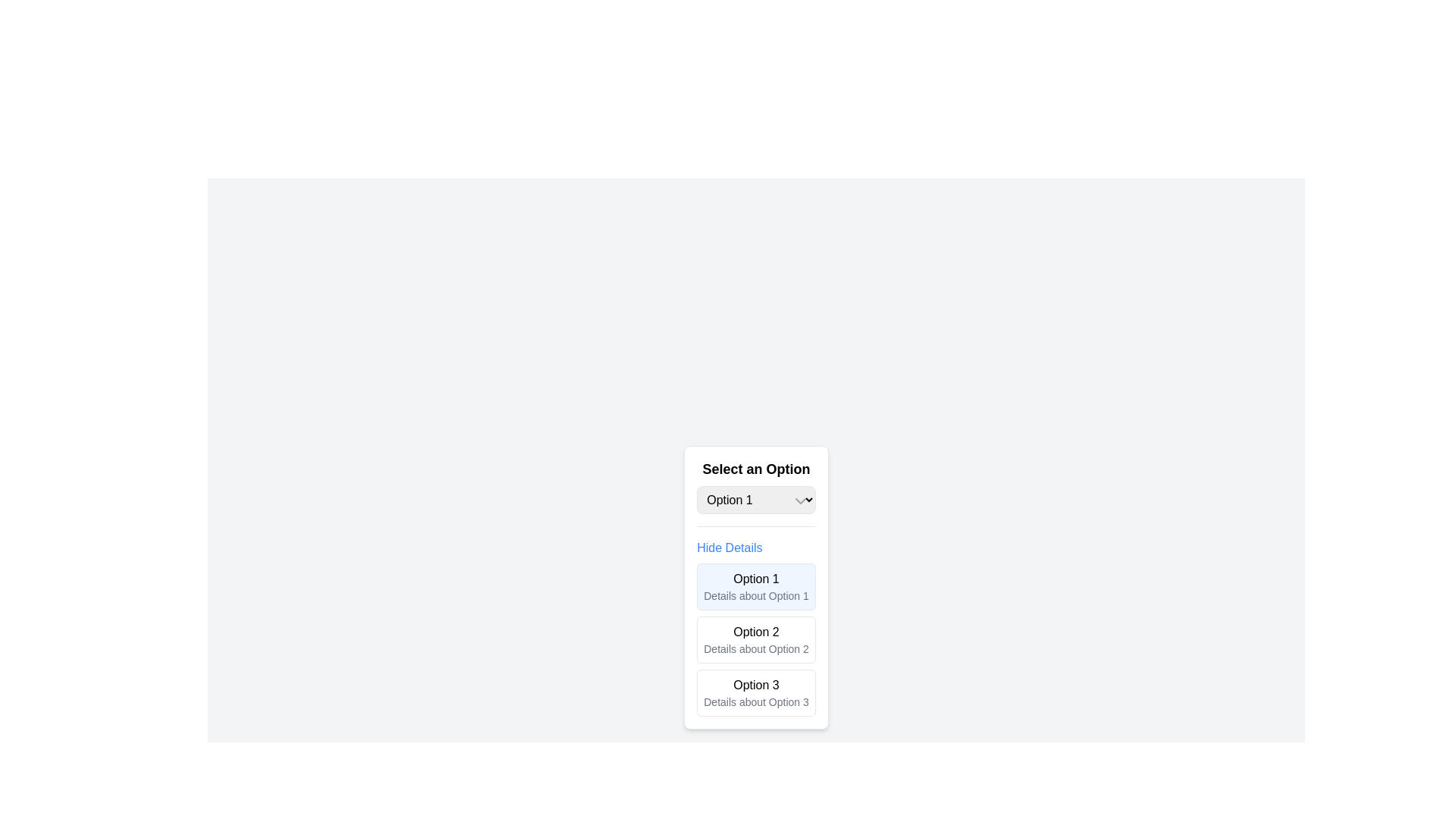 This screenshot has width=1456, height=819. Describe the element at coordinates (756, 587) in the screenshot. I see `the informational card for 'Option 1'` at that location.